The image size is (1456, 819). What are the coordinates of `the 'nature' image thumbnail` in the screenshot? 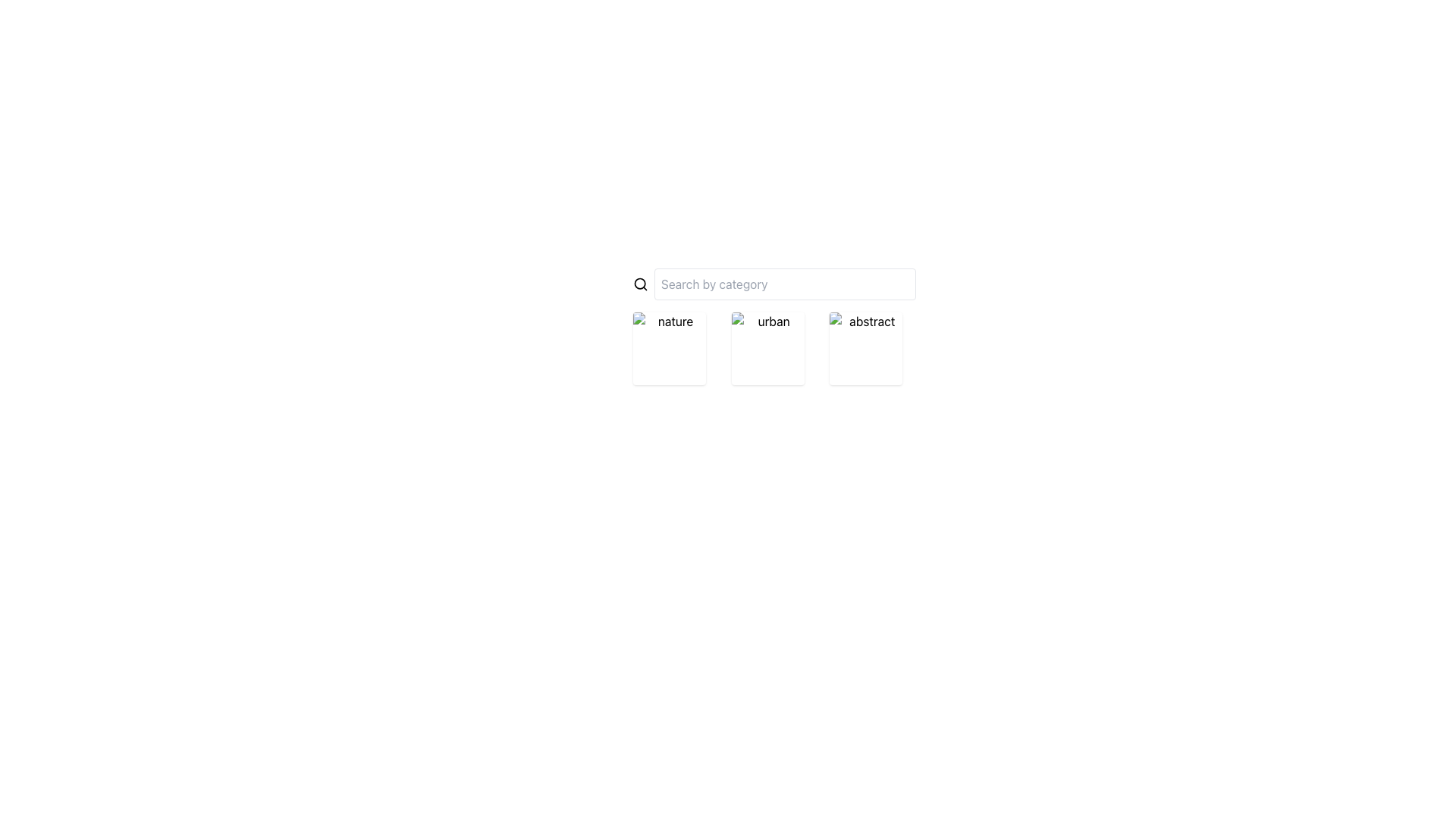 It's located at (669, 348).